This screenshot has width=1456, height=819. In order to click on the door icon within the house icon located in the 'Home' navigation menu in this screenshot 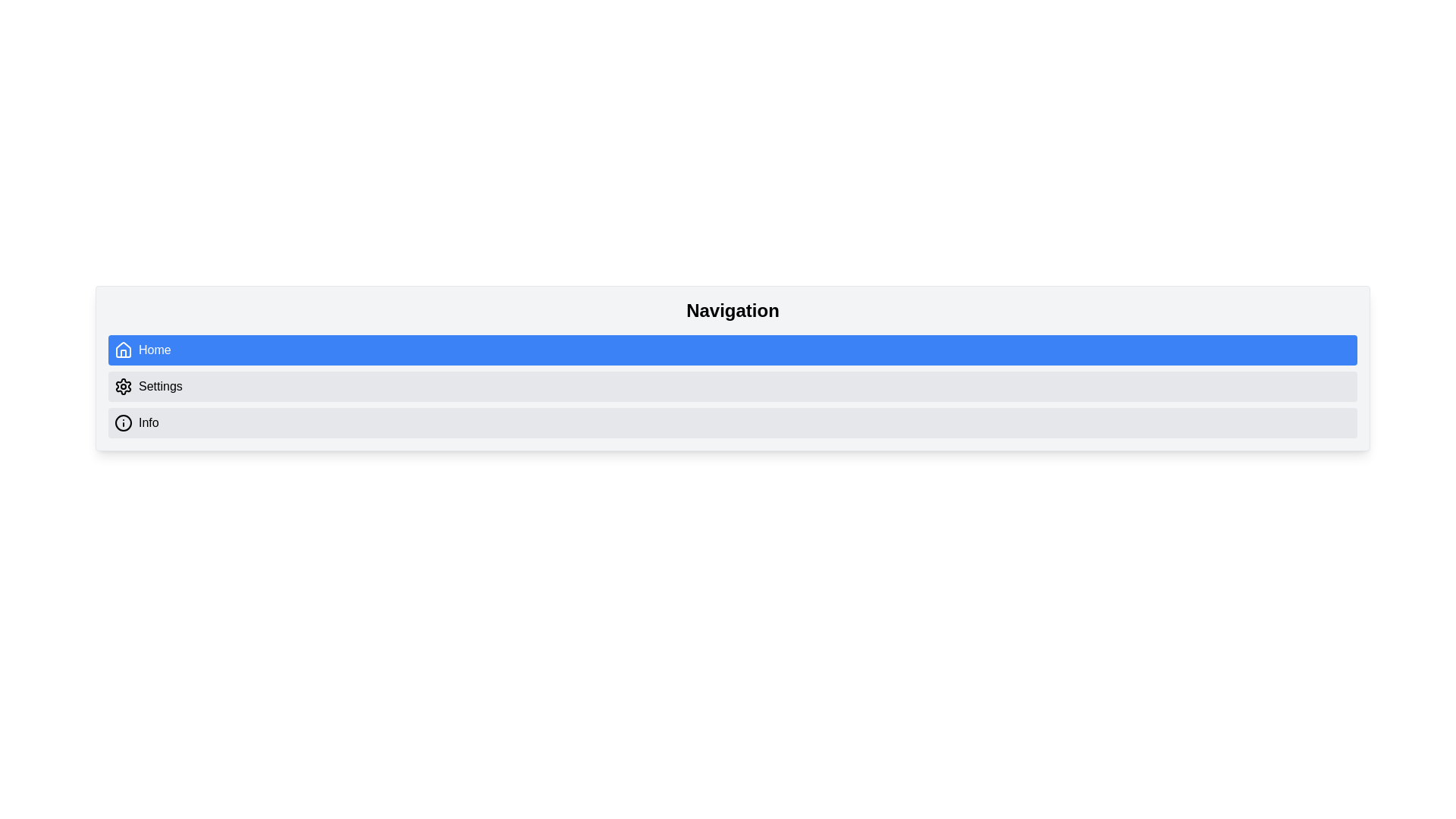, I will do `click(124, 353)`.